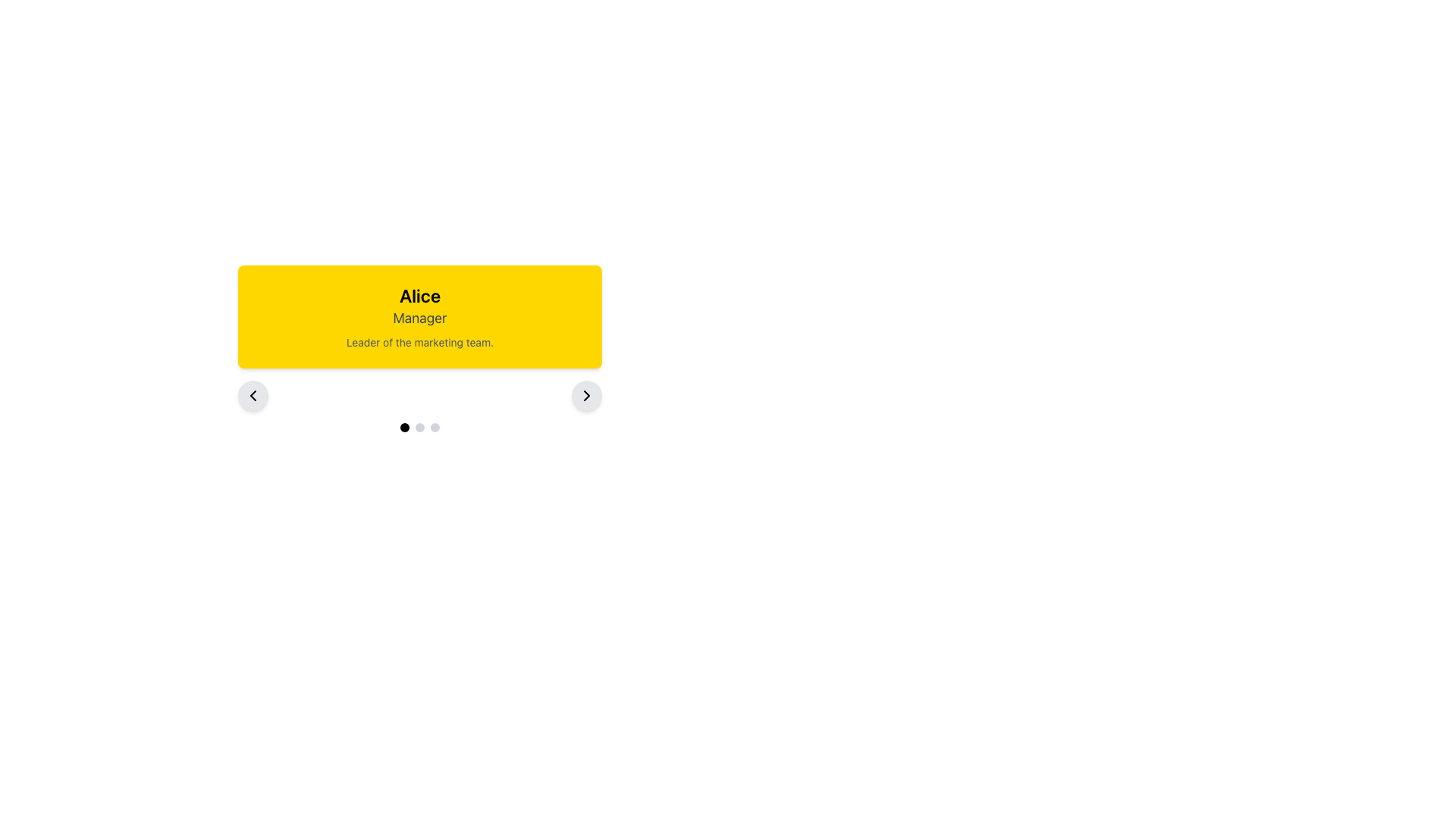  What do you see at coordinates (585, 394) in the screenshot?
I see `the circular button containing the rightward-facing chevron icon` at bounding box center [585, 394].